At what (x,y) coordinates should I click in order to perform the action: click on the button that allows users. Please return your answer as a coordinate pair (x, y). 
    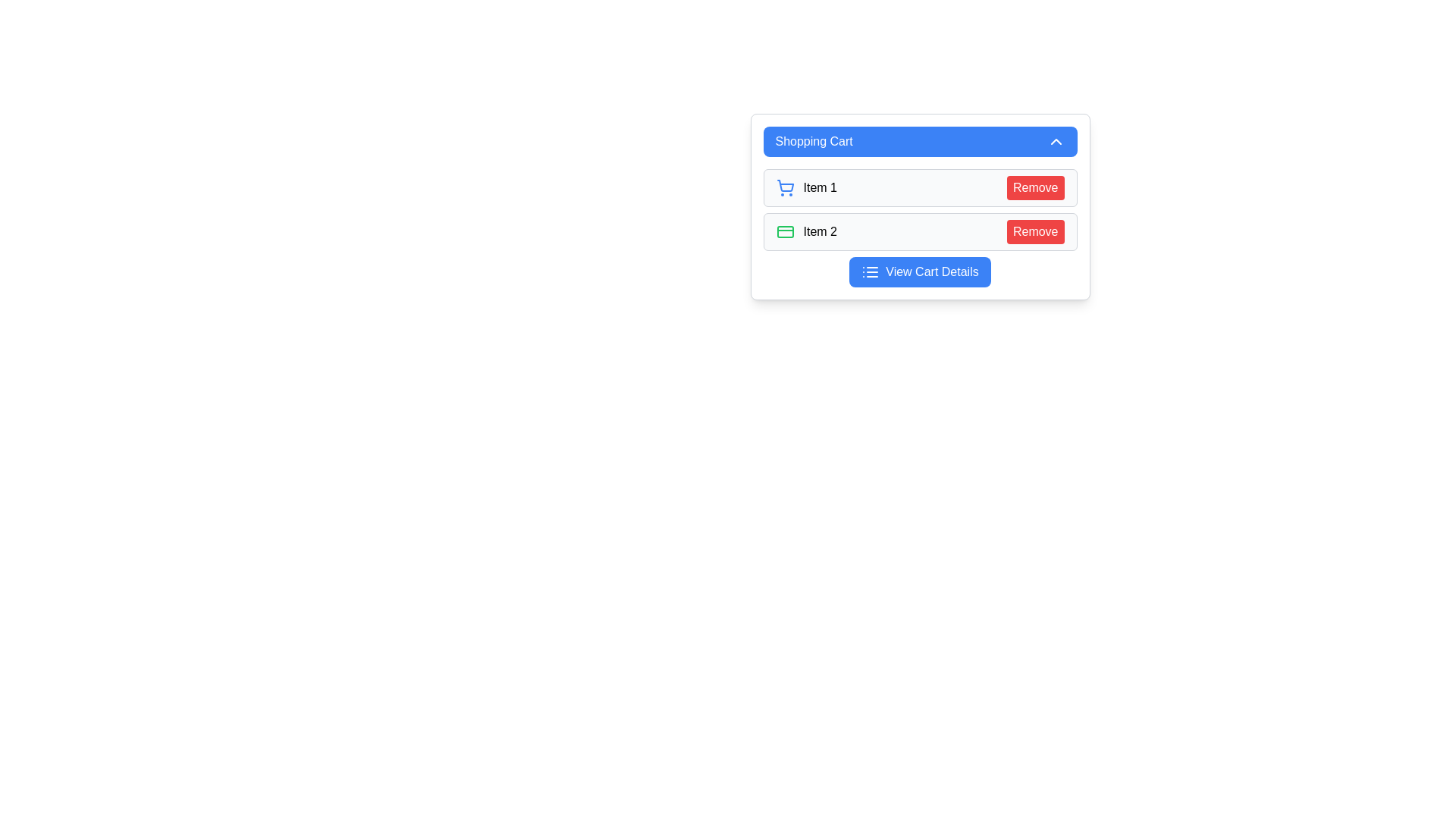
    Looking at the image, I should click on (919, 271).